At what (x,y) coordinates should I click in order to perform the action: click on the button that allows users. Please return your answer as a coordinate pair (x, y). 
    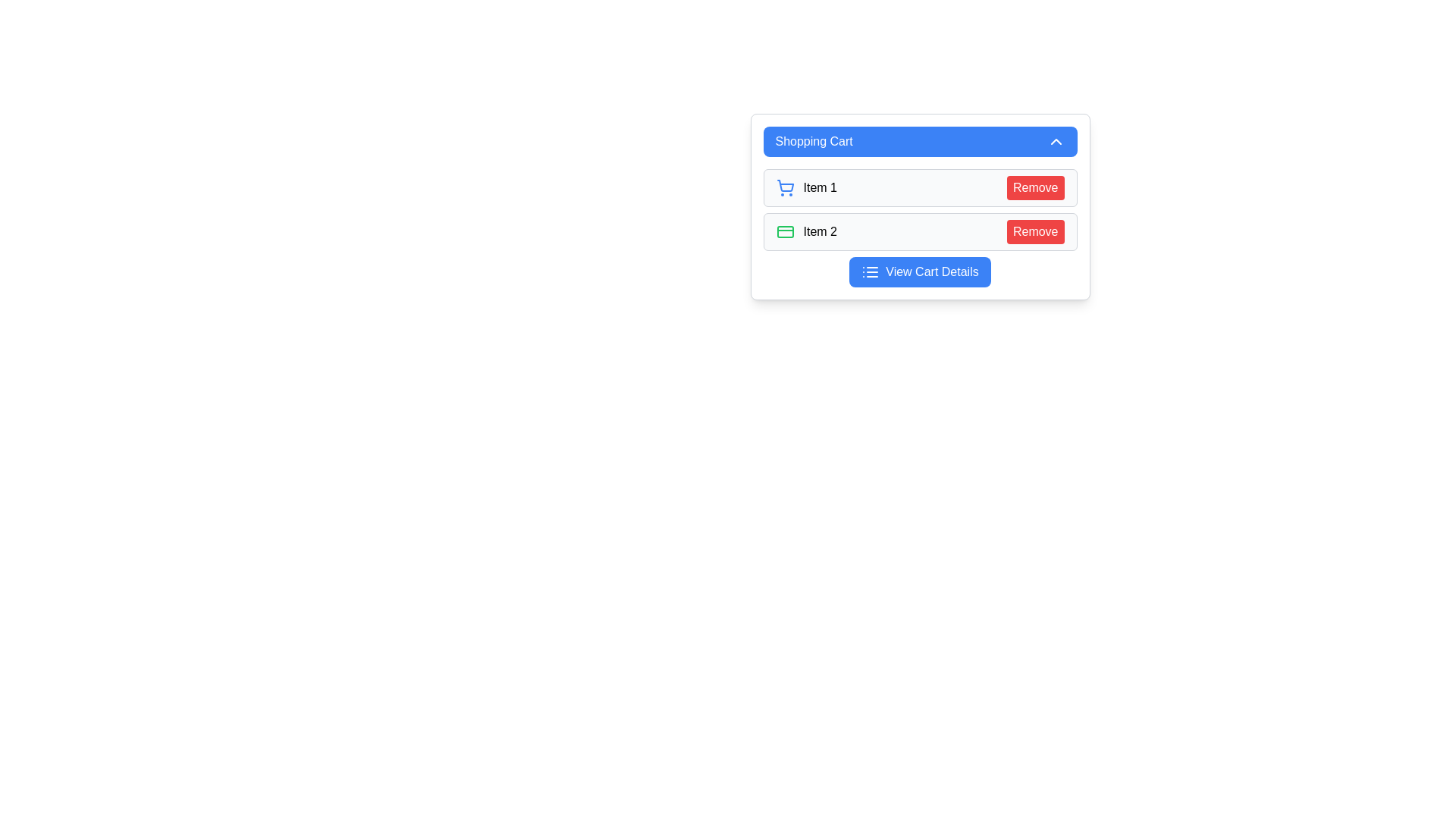
    Looking at the image, I should click on (919, 271).